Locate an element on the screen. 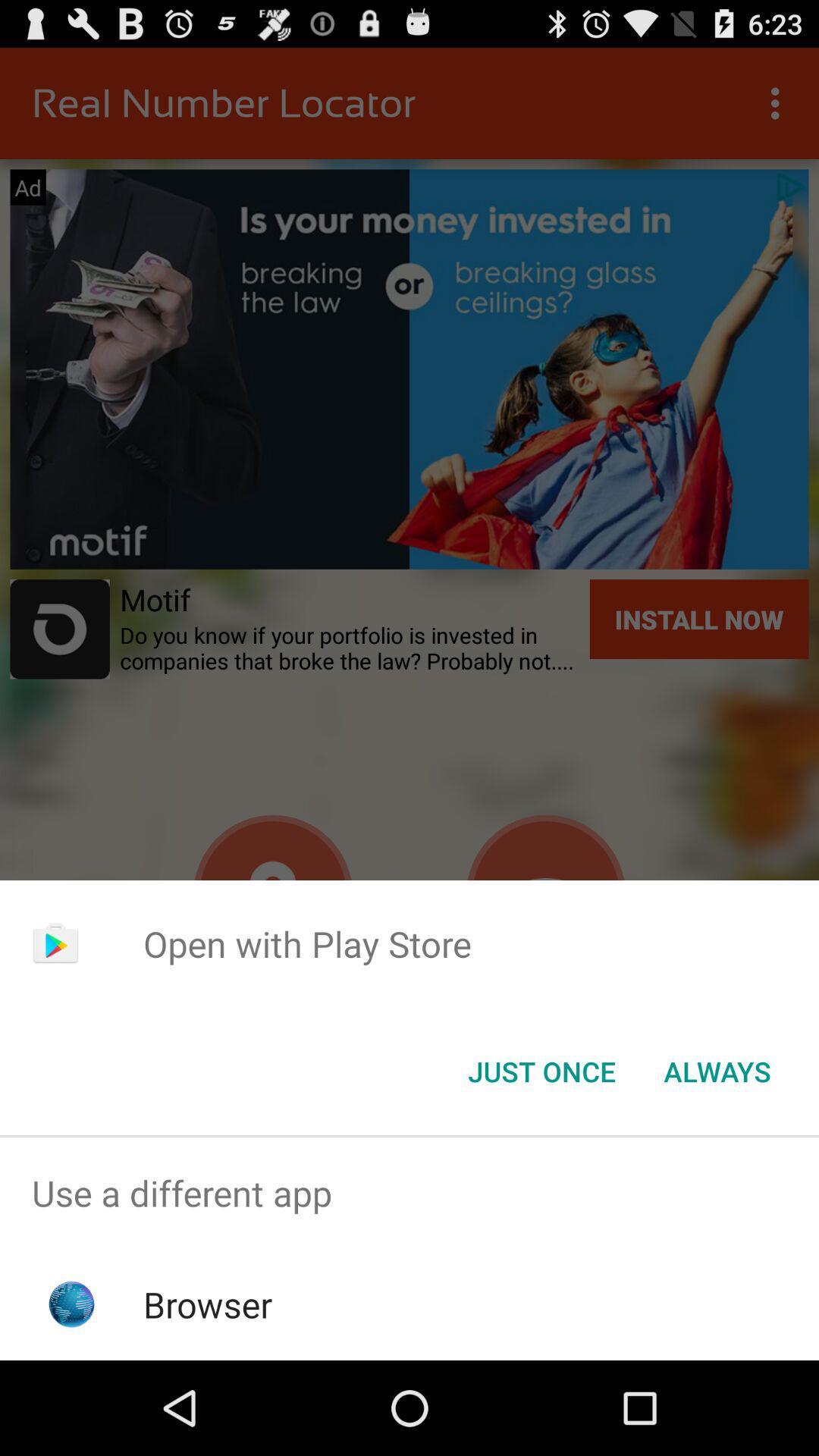  the just once button is located at coordinates (541, 1070).